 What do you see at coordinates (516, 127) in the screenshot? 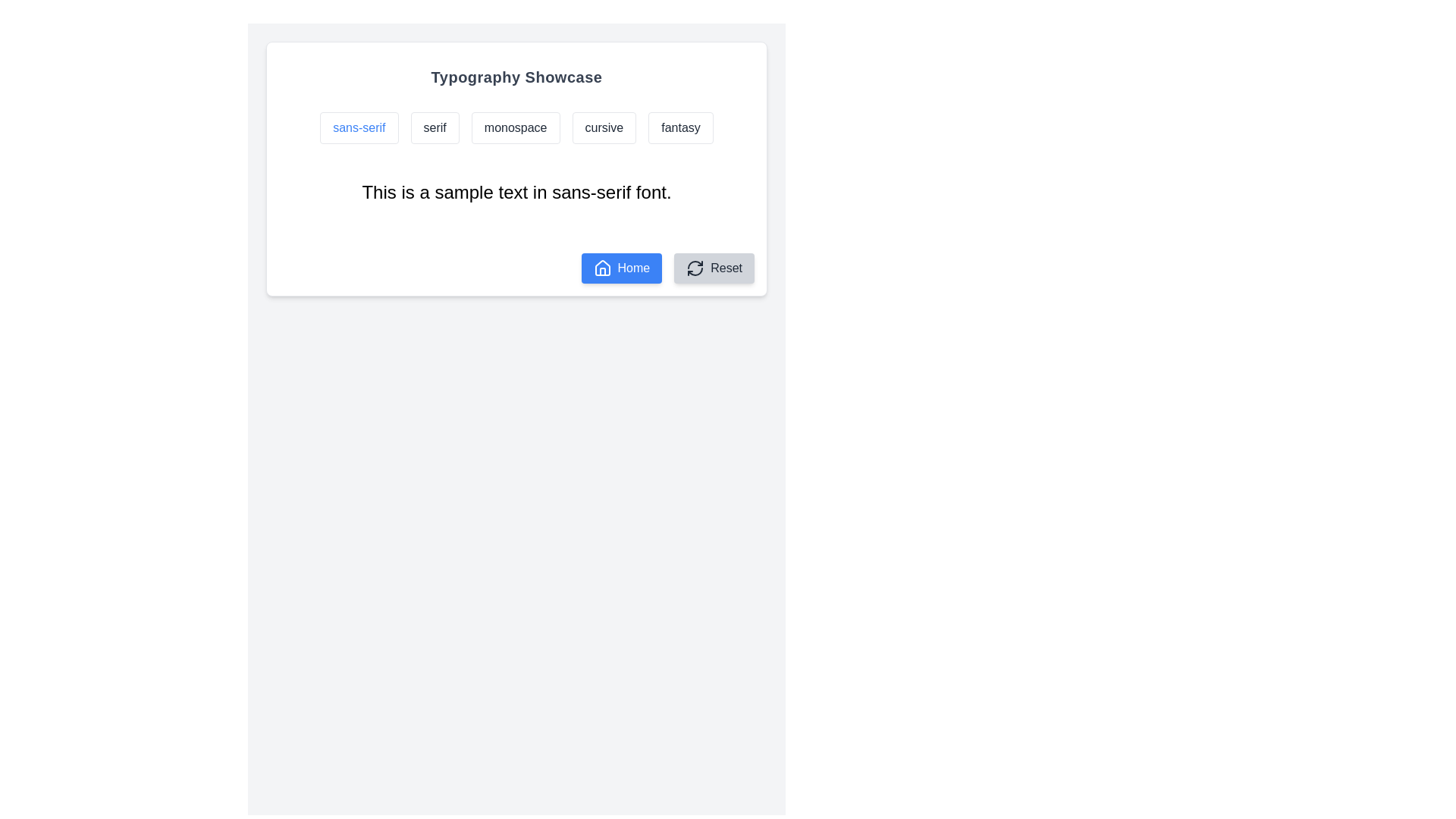
I see `the 'monospace' button, which is the third button in the 'Typography Showcase' card, featuring a gray color that transitions to blue on hover` at bounding box center [516, 127].